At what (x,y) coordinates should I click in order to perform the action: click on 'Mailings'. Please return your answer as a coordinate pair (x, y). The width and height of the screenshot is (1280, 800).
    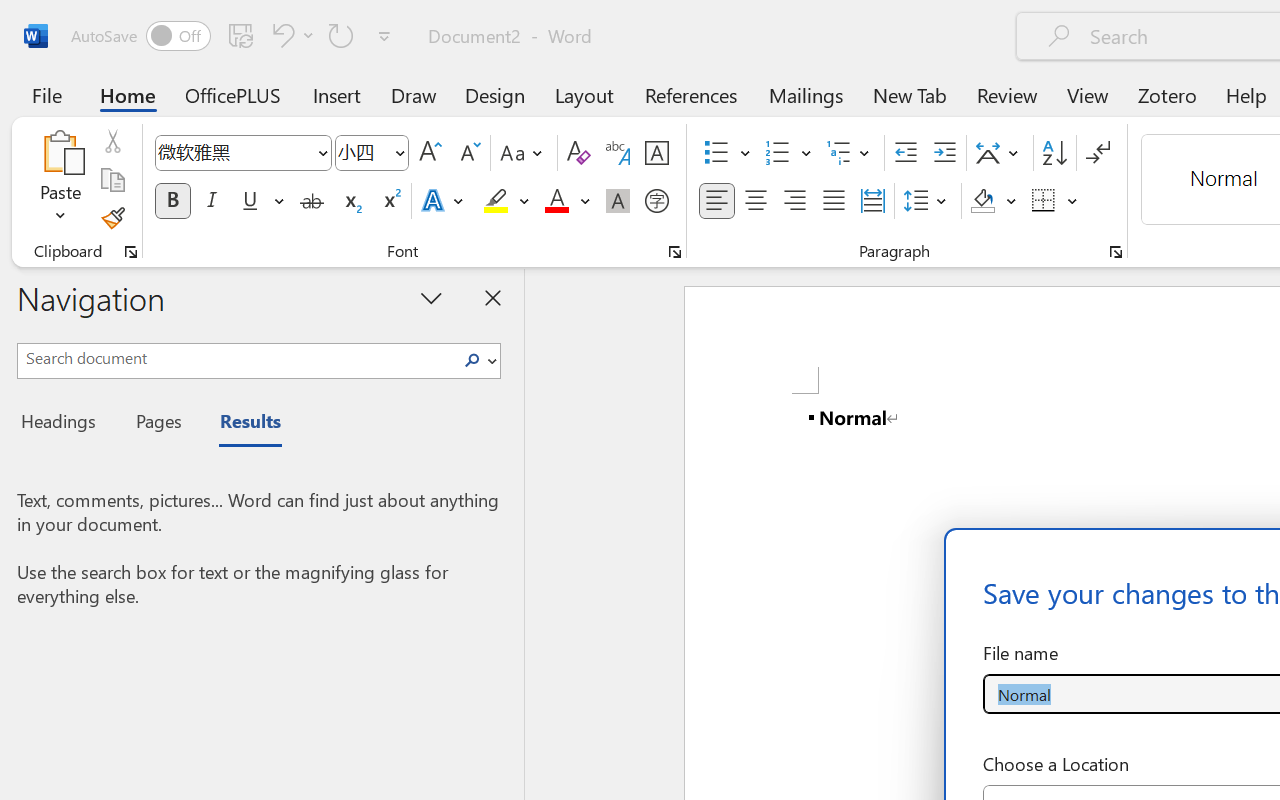
    Looking at the image, I should click on (806, 94).